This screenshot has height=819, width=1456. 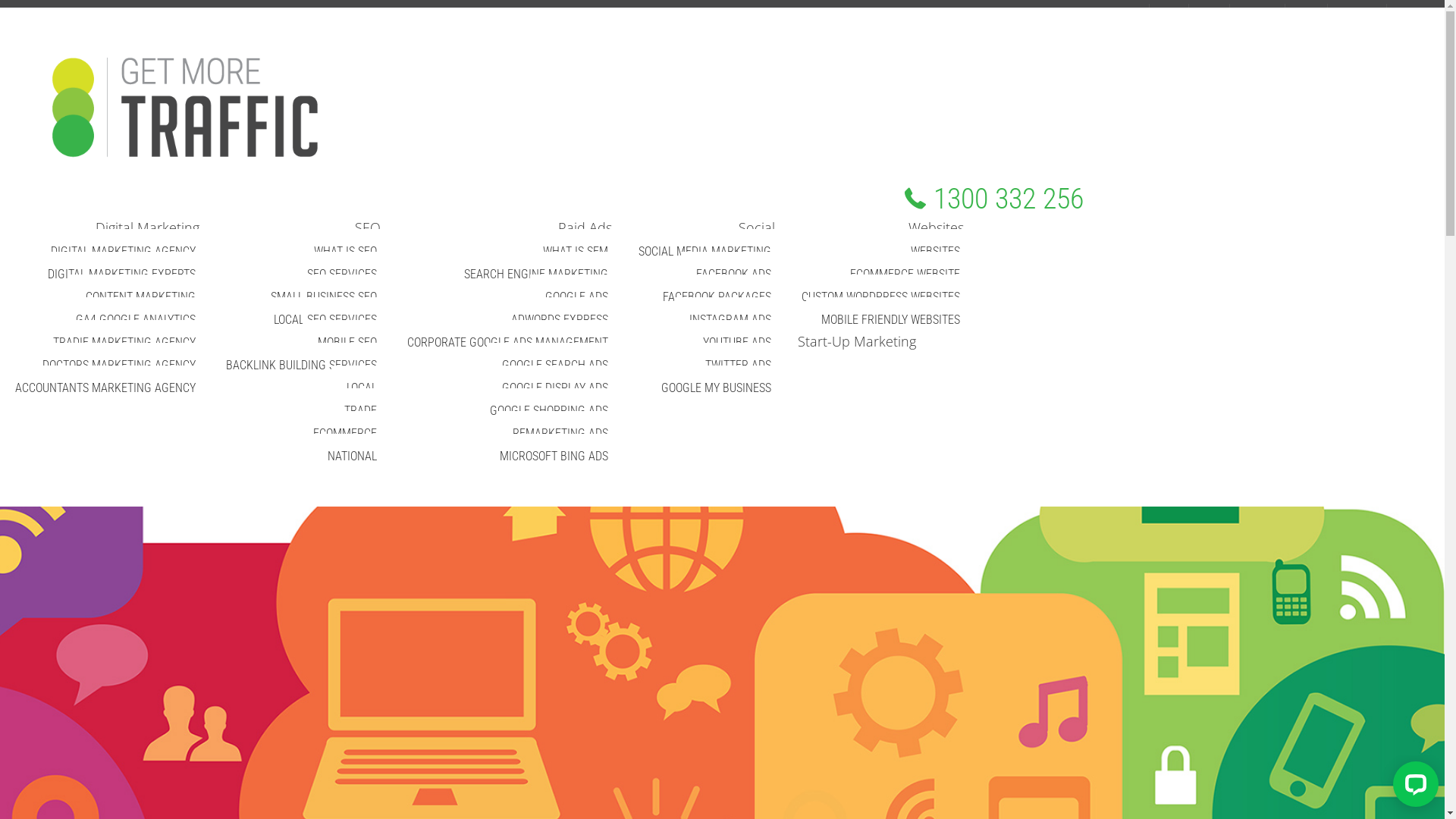 What do you see at coordinates (554, 365) in the screenshot?
I see `'GOOGLE SEARCH ADS'` at bounding box center [554, 365].